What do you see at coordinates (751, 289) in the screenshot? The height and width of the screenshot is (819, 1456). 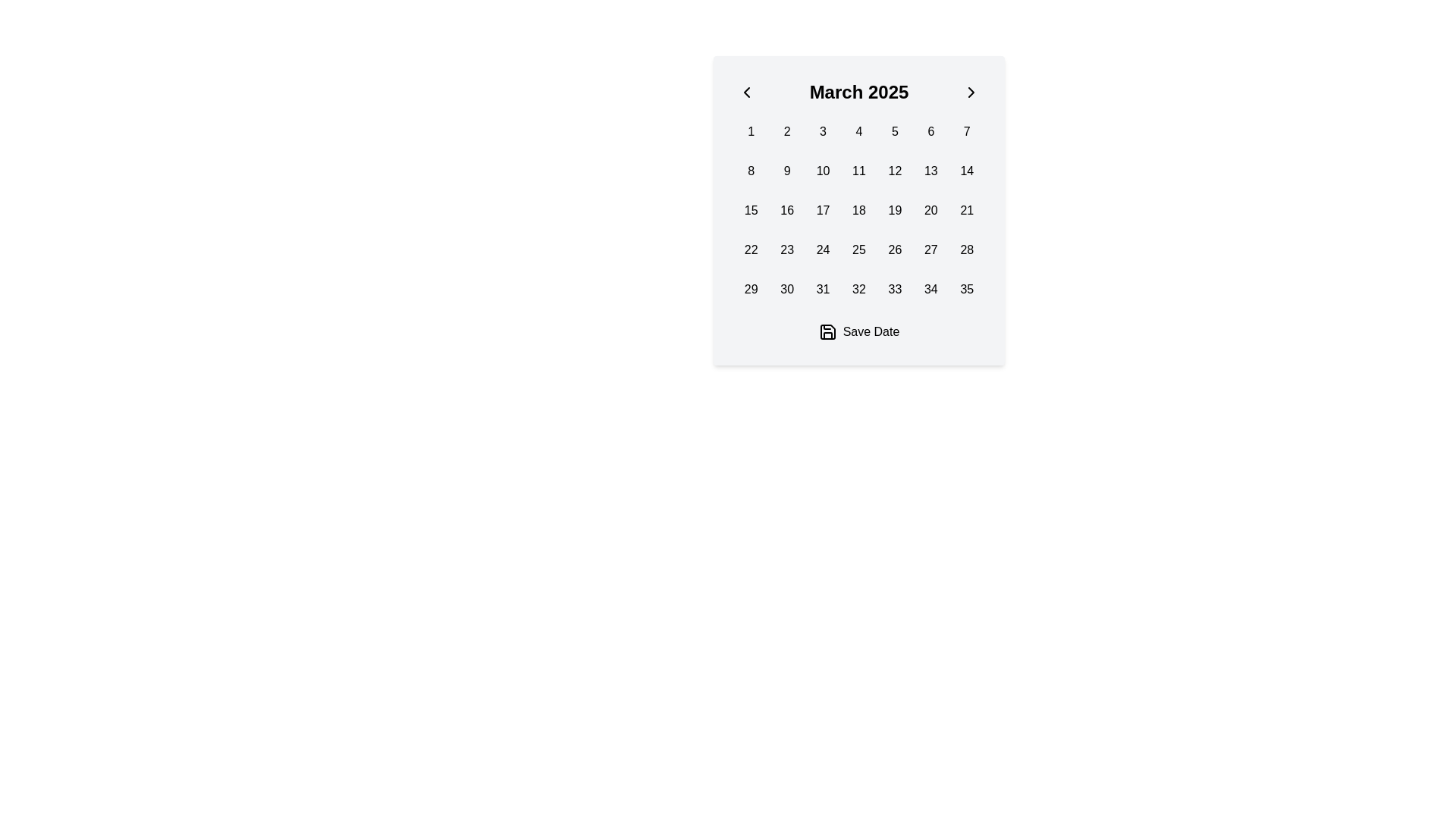 I see `the 29th day button in the calendar grid` at bounding box center [751, 289].